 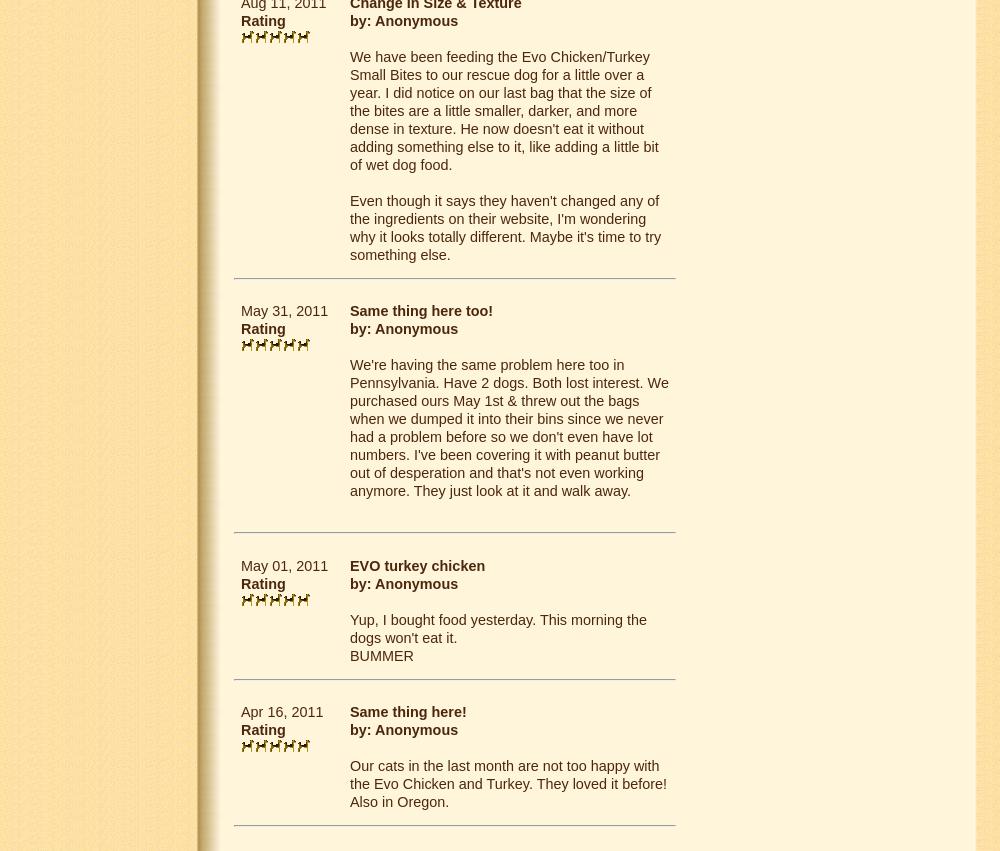 I want to click on 'Also in Oregon.', so click(x=399, y=799).